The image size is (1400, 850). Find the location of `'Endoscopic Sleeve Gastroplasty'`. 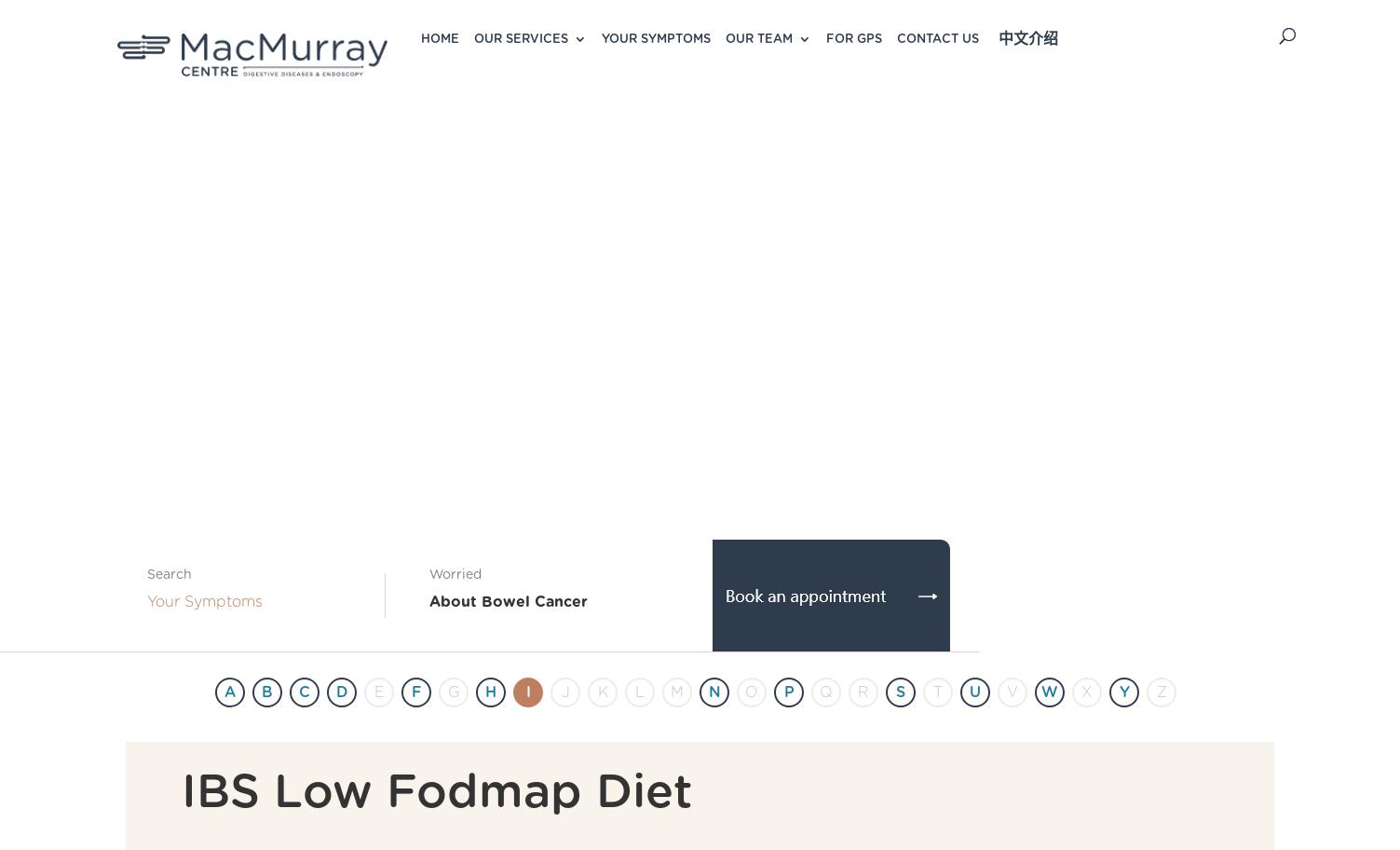

'Endoscopic Sleeve Gastroplasty' is located at coordinates (714, 482).